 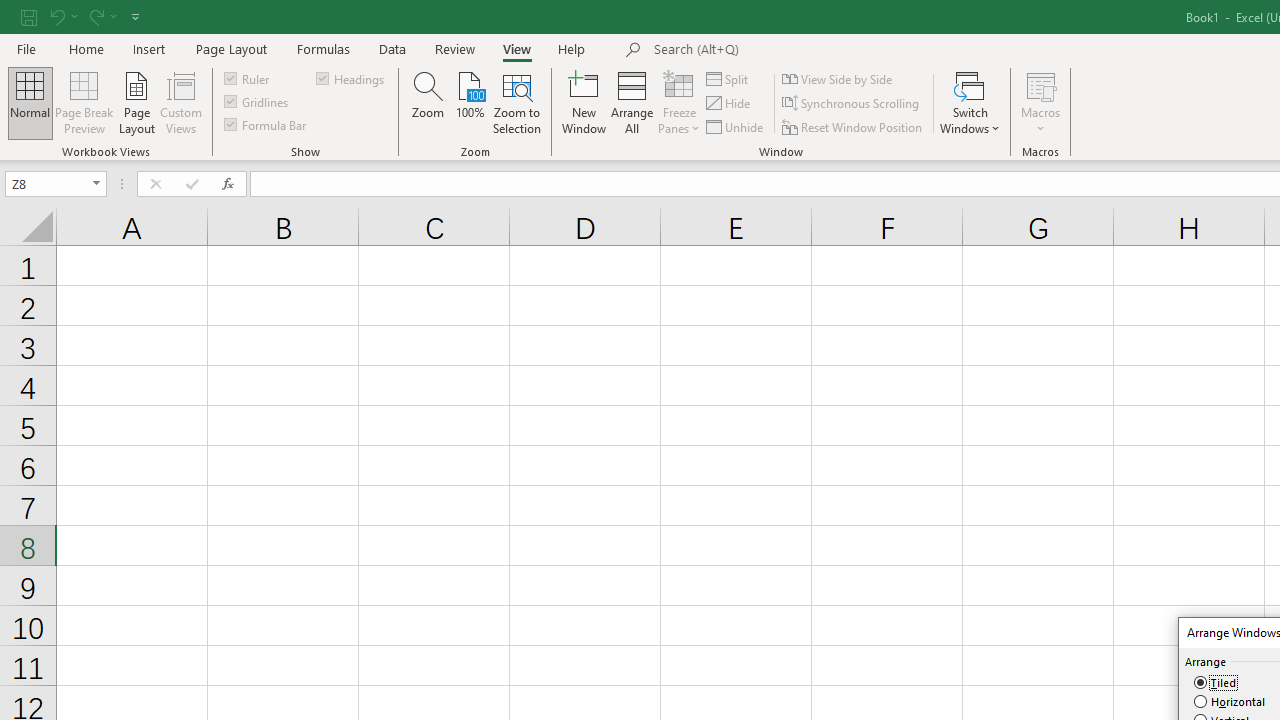 What do you see at coordinates (1040, 103) in the screenshot?
I see `'Macros'` at bounding box center [1040, 103].